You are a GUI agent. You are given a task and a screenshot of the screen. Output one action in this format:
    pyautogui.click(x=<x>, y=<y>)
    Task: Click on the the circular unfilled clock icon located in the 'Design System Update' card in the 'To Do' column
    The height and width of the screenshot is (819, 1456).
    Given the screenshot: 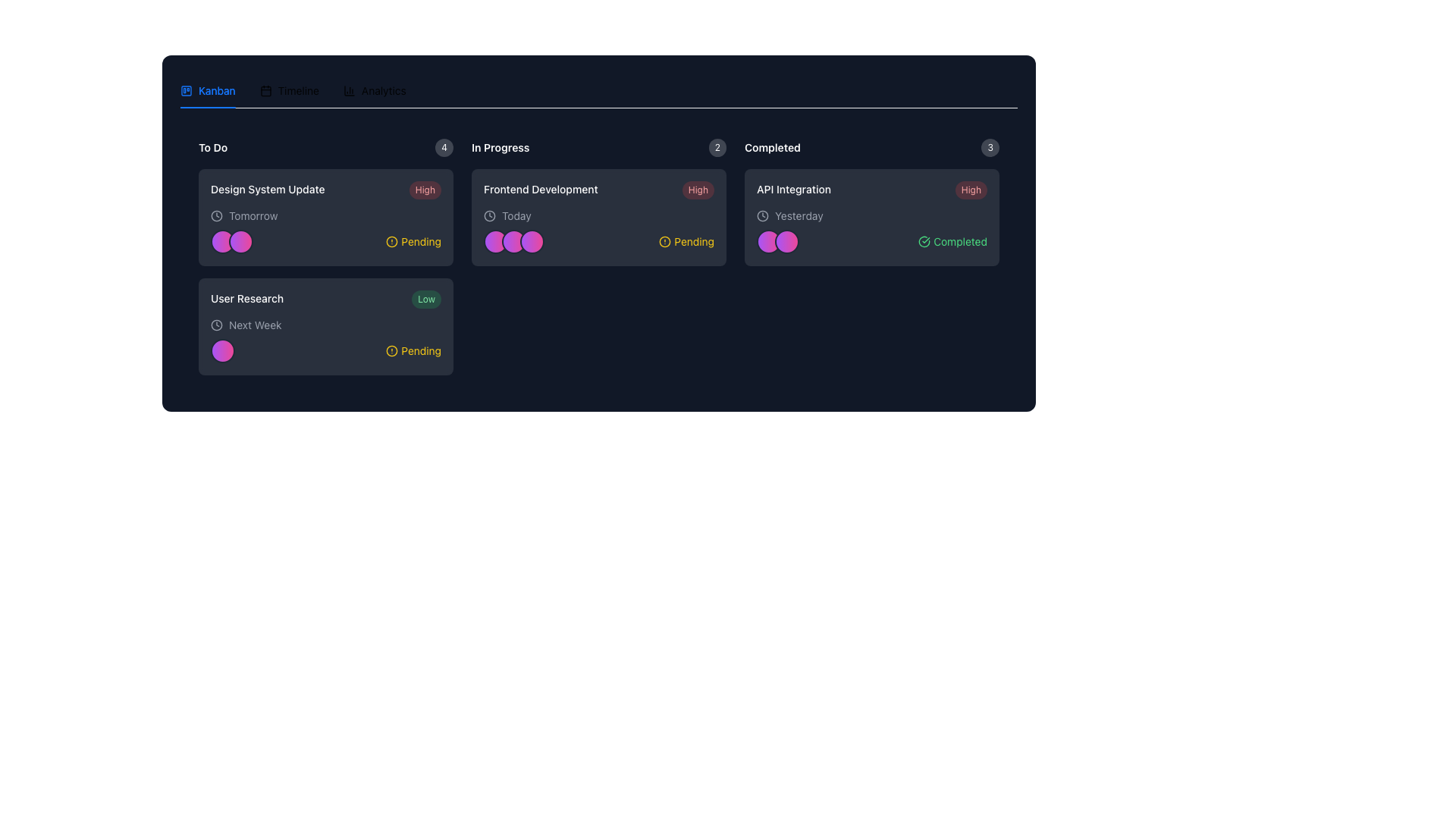 What is the action you would take?
    pyautogui.click(x=216, y=216)
    